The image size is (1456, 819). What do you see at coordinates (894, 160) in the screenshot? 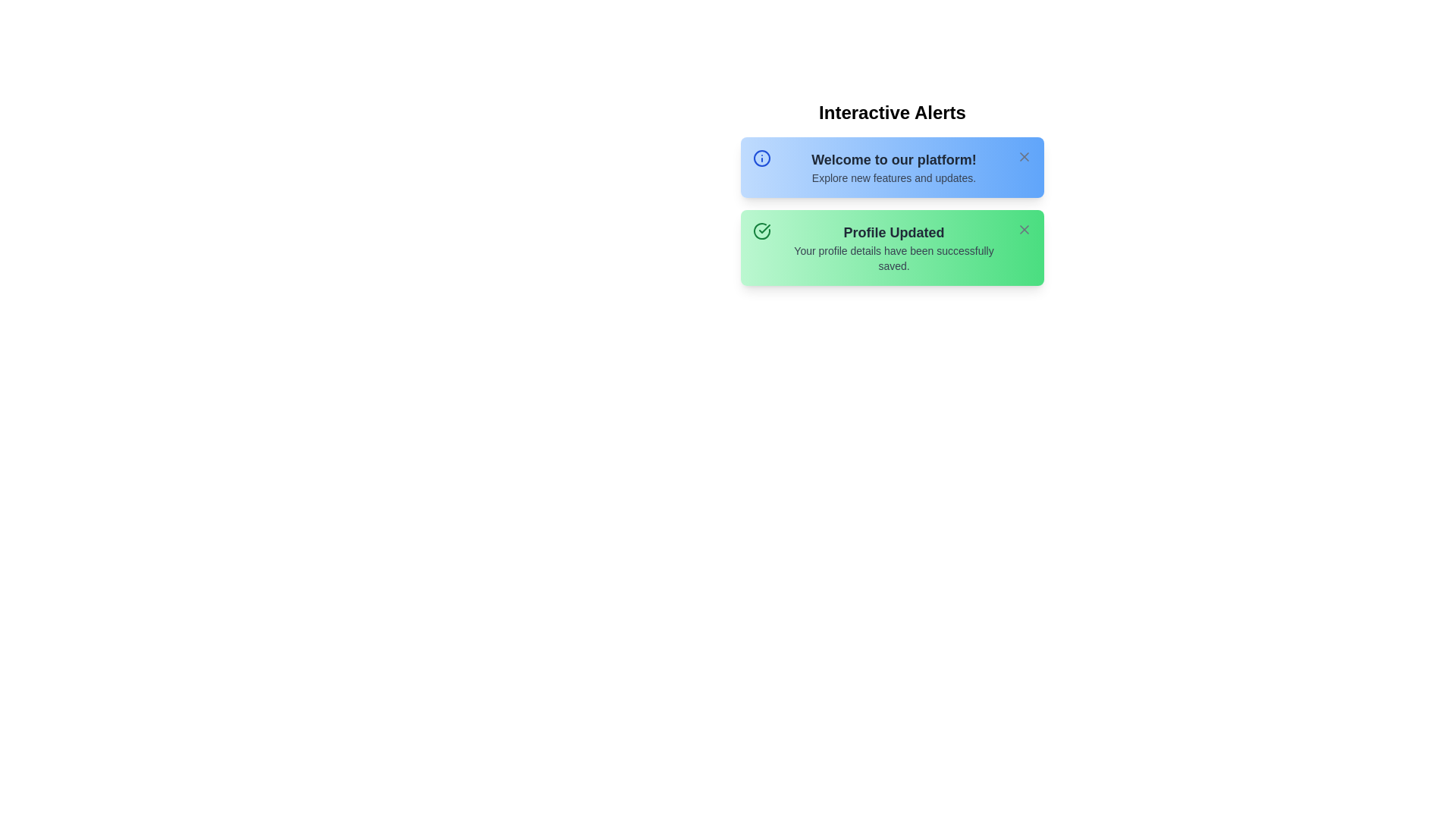
I see `the text 'Welcome to our platform!' to select it` at bounding box center [894, 160].